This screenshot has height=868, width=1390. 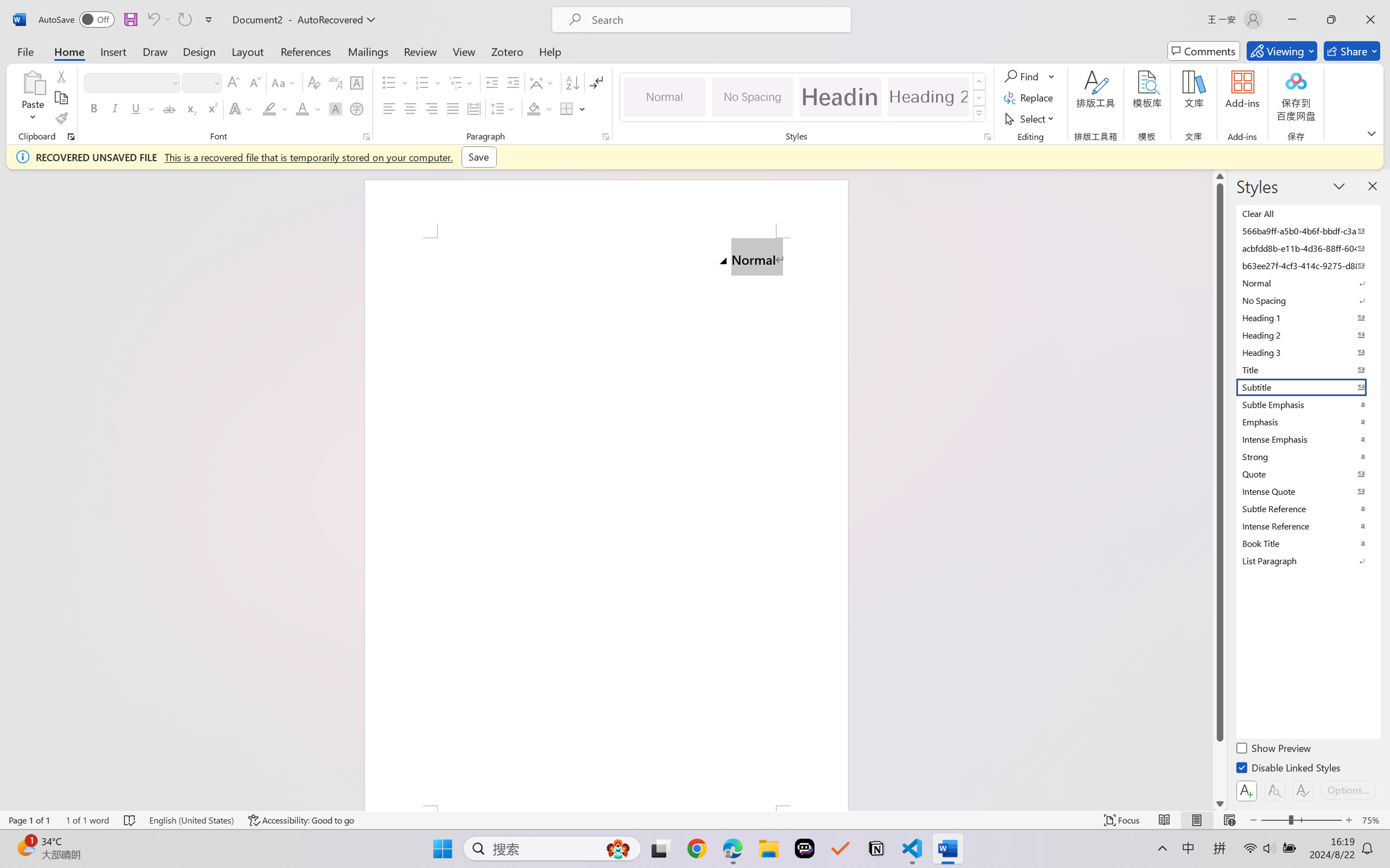 I want to click on 'Font Color', so click(x=308, y=108).